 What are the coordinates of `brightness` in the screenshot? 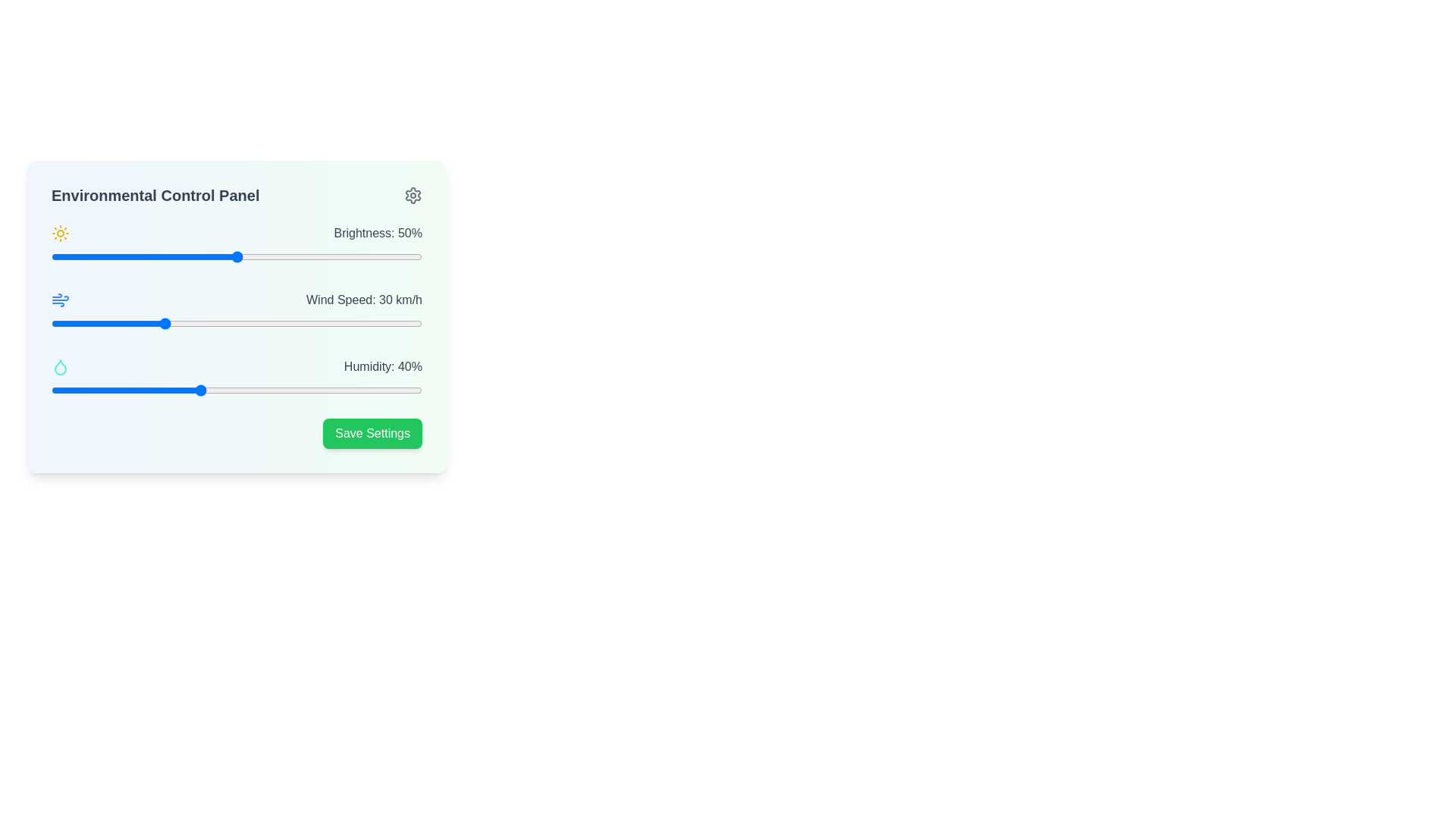 It's located at (202, 256).